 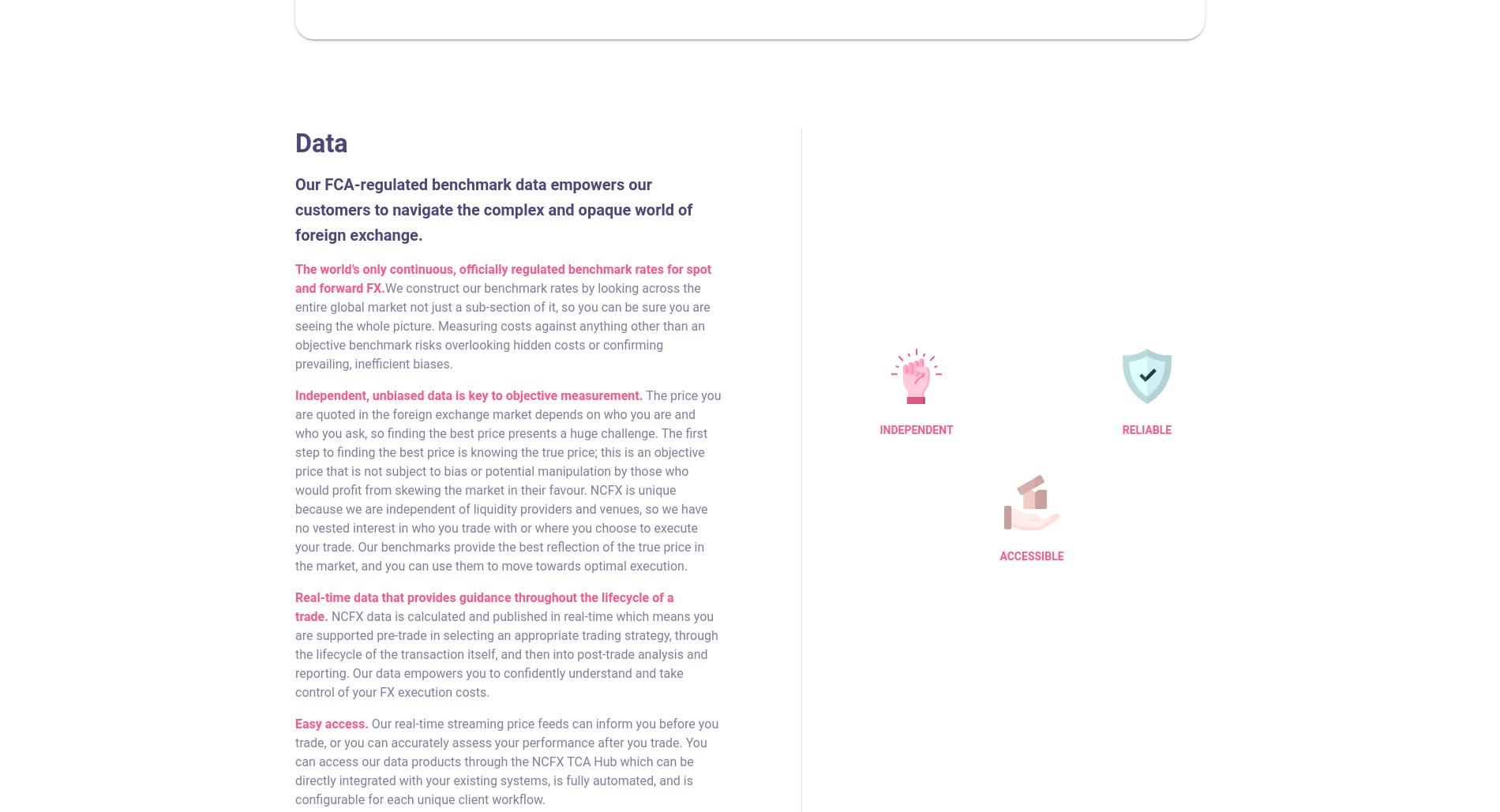 I want to click on 'accessible', so click(x=1030, y=555).